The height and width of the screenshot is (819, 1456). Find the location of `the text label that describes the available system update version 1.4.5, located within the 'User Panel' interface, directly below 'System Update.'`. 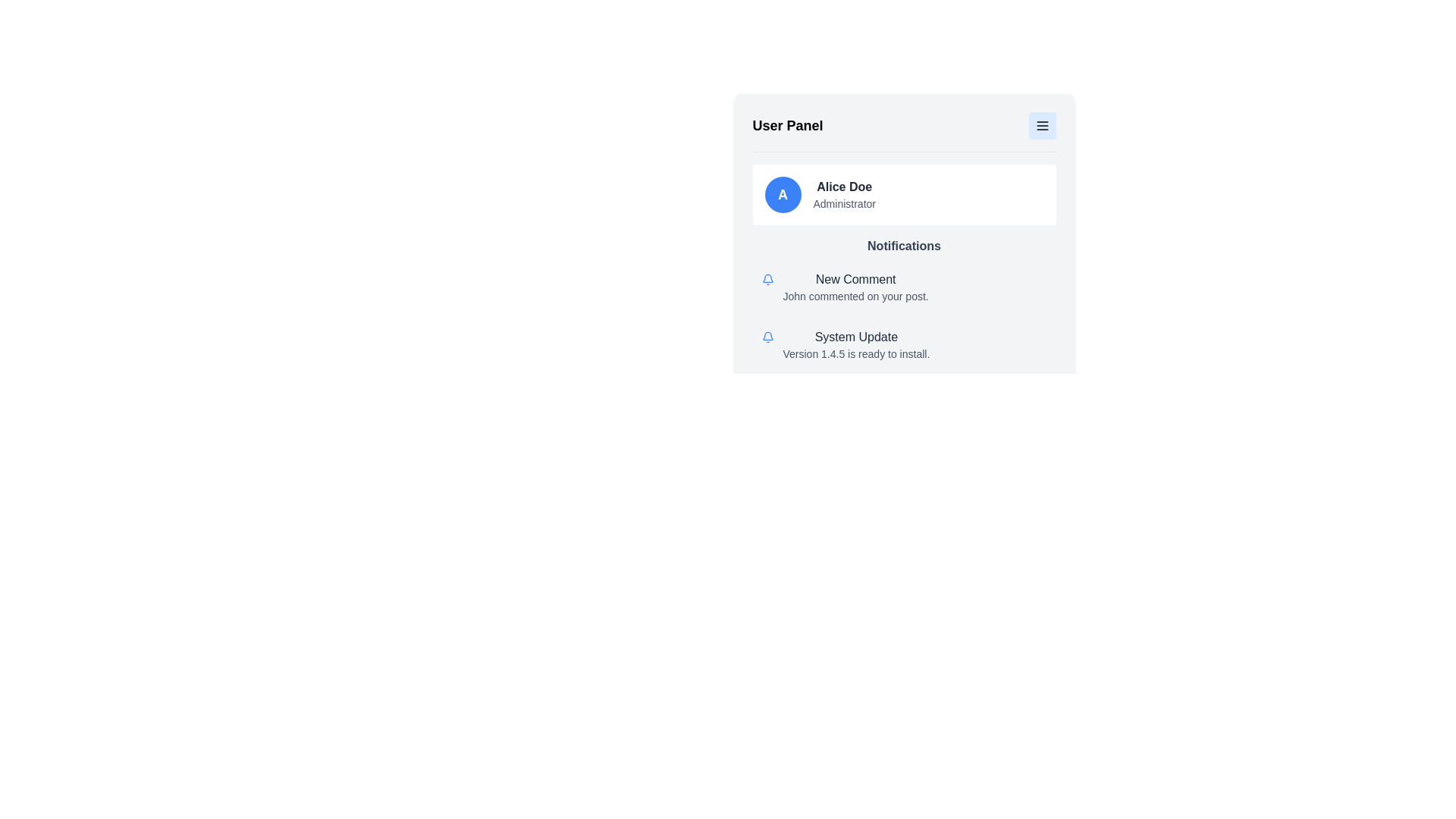

the text label that describes the available system update version 1.4.5, located within the 'User Panel' interface, directly below 'System Update.' is located at coordinates (856, 353).